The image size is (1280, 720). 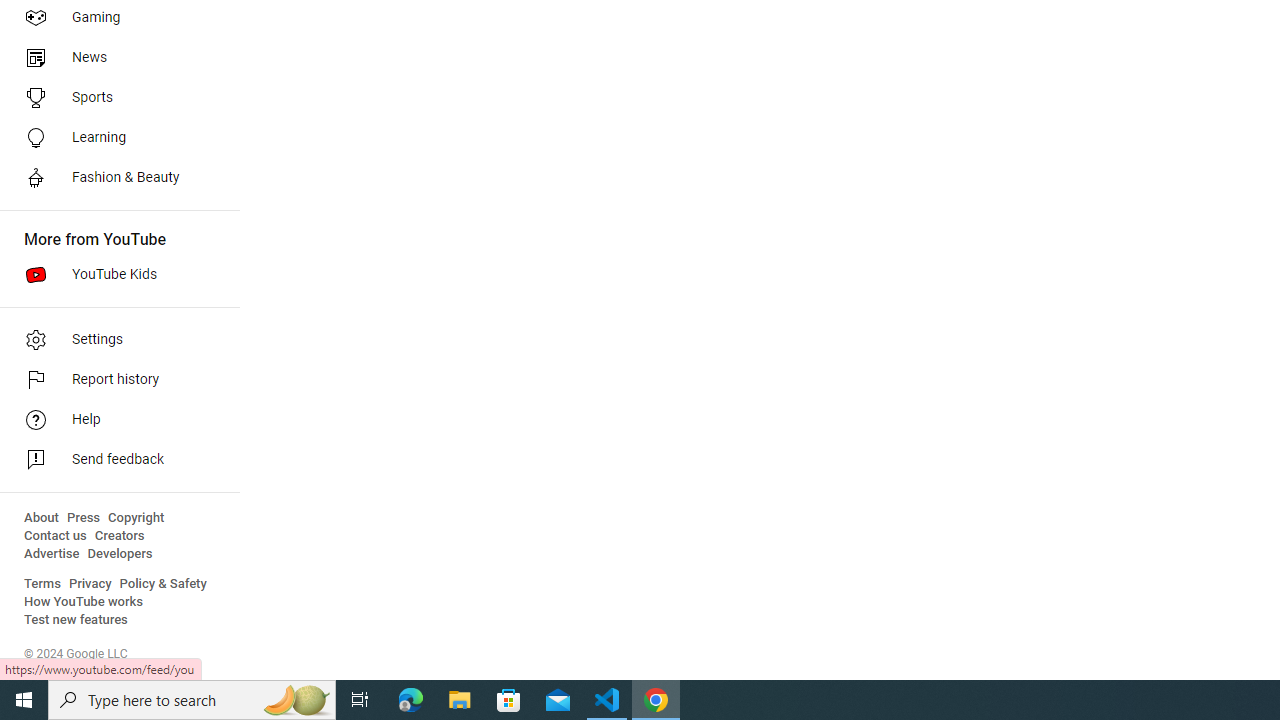 I want to click on 'Send feedback', so click(x=112, y=460).